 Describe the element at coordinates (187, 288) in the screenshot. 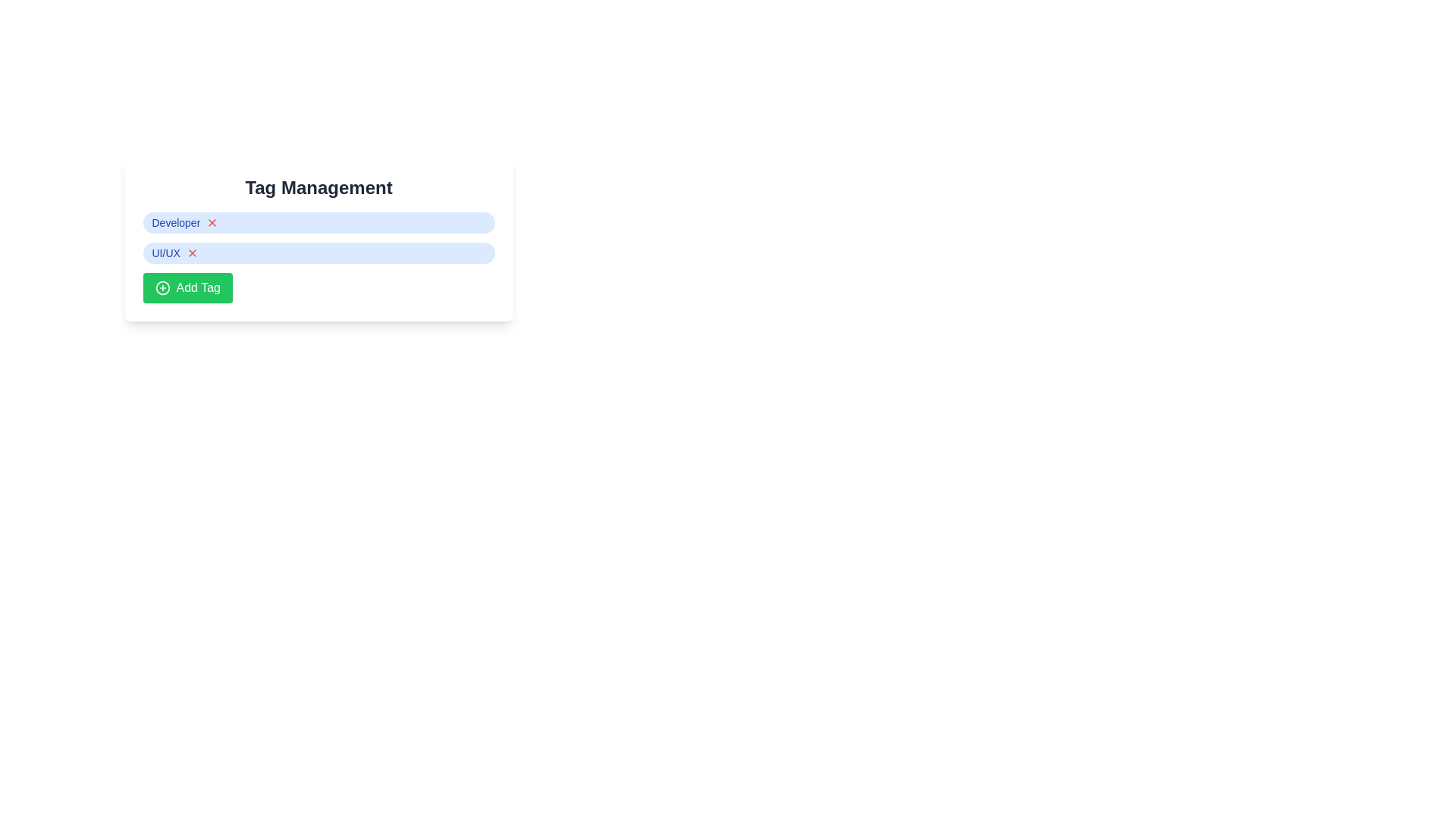

I see `the button that allows users to add a new tag to the list, located at the bottom of the 'Tag Management' section, directly below the 'UI/UX' tag row` at that location.